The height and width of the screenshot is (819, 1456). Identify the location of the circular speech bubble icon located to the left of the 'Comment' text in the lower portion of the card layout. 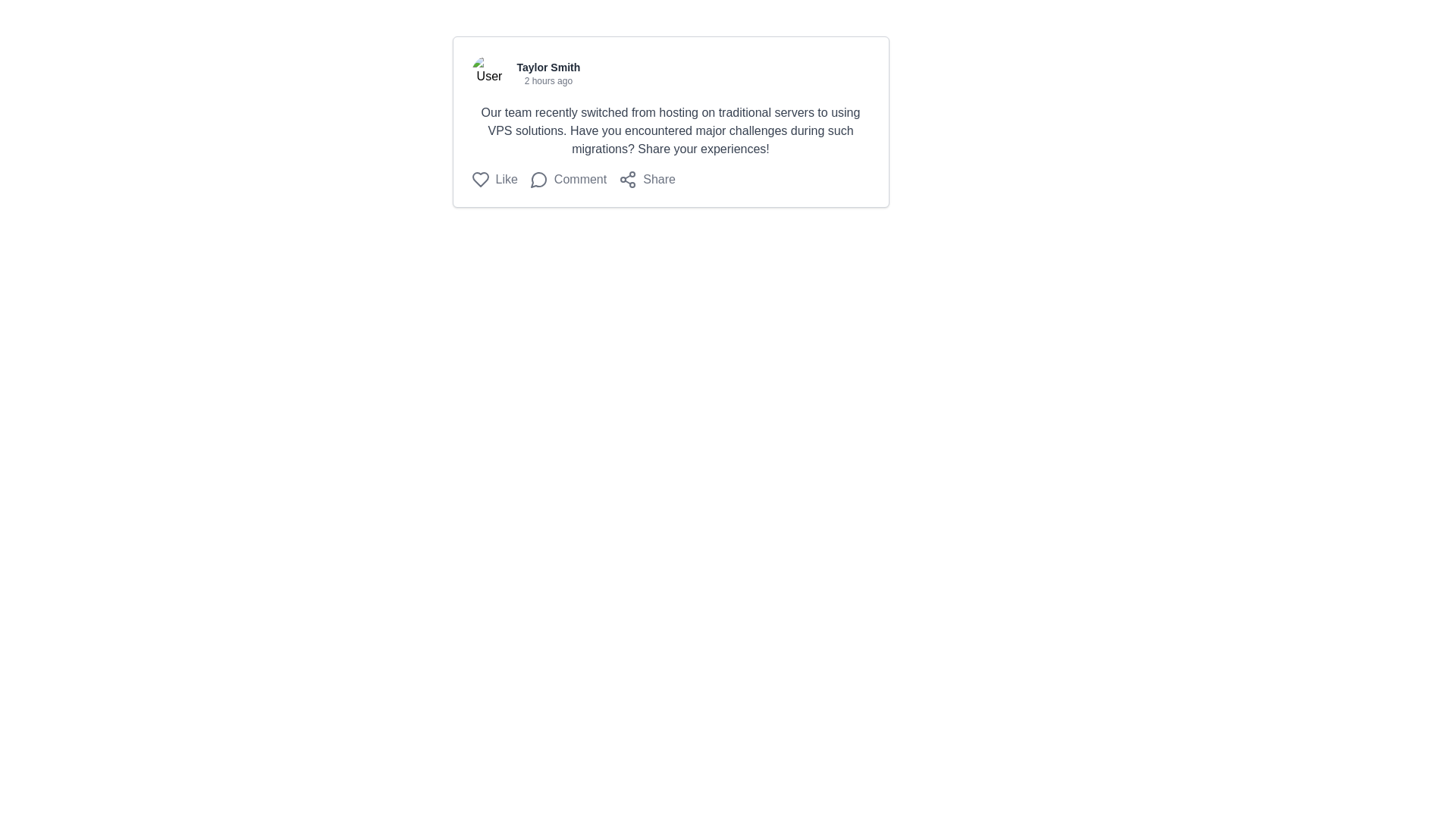
(538, 178).